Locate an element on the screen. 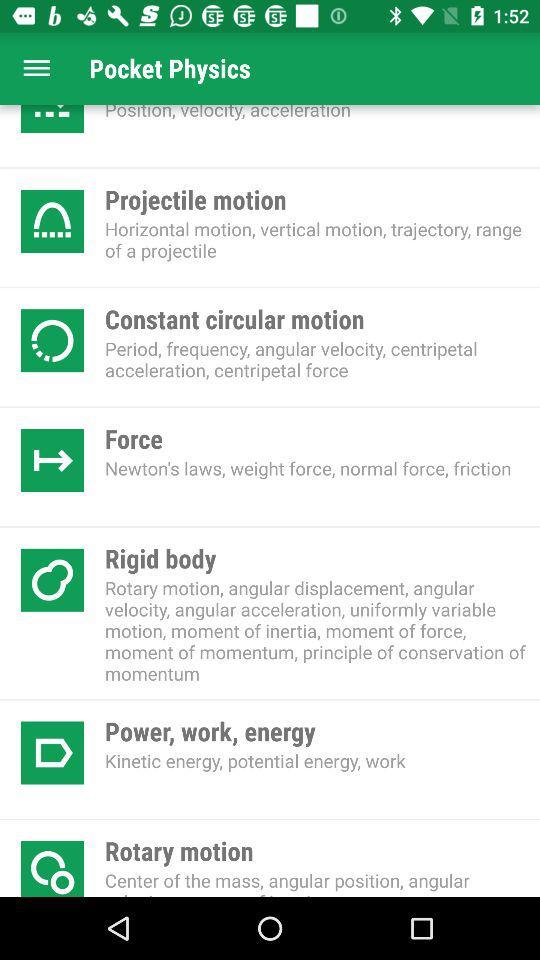 The width and height of the screenshot is (540, 960). the item next to pocket physics icon is located at coordinates (36, 68).